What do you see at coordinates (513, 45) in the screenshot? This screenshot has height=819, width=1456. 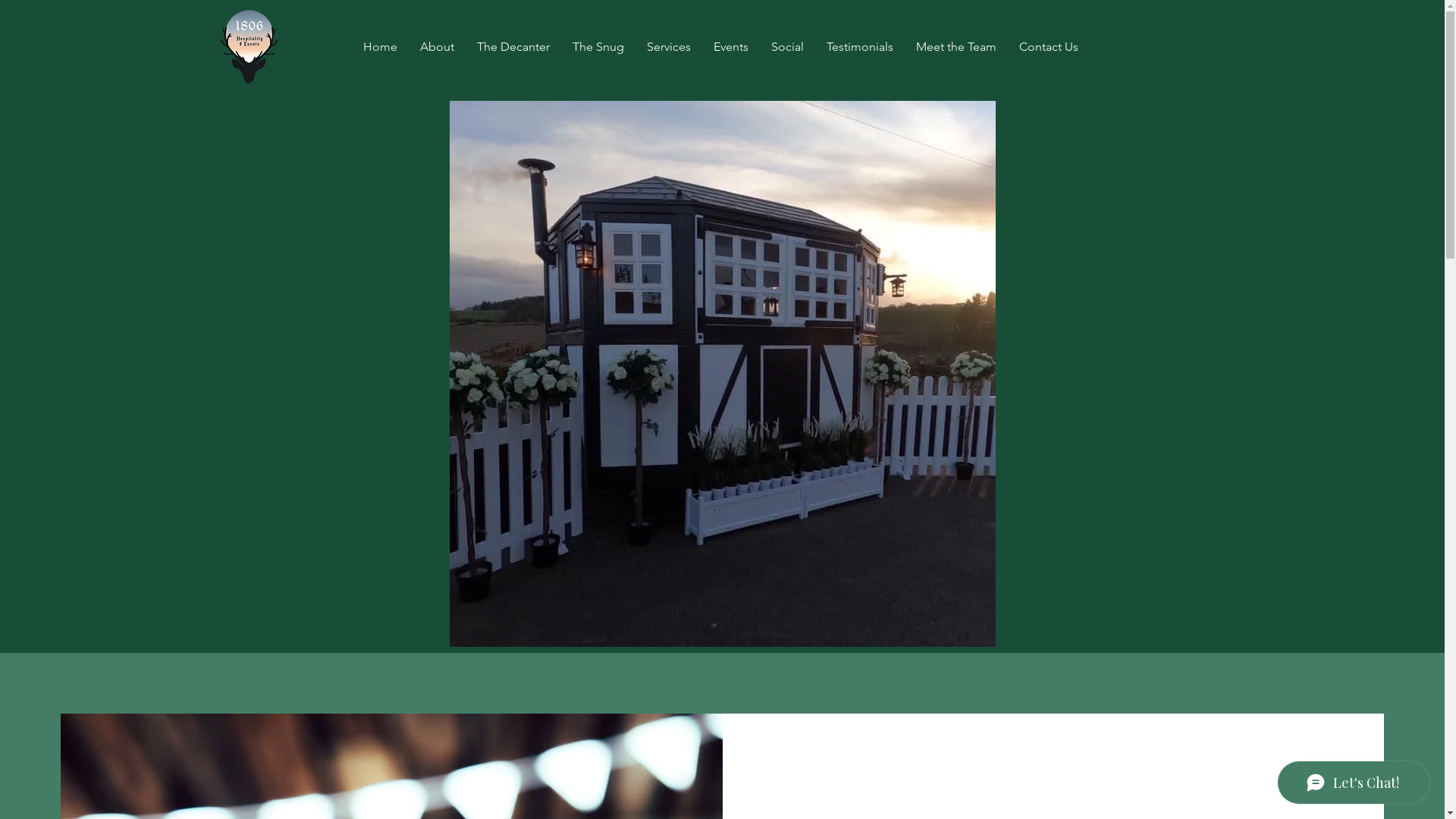 I see `'The Decanter'` at bounding box center [513, 45].